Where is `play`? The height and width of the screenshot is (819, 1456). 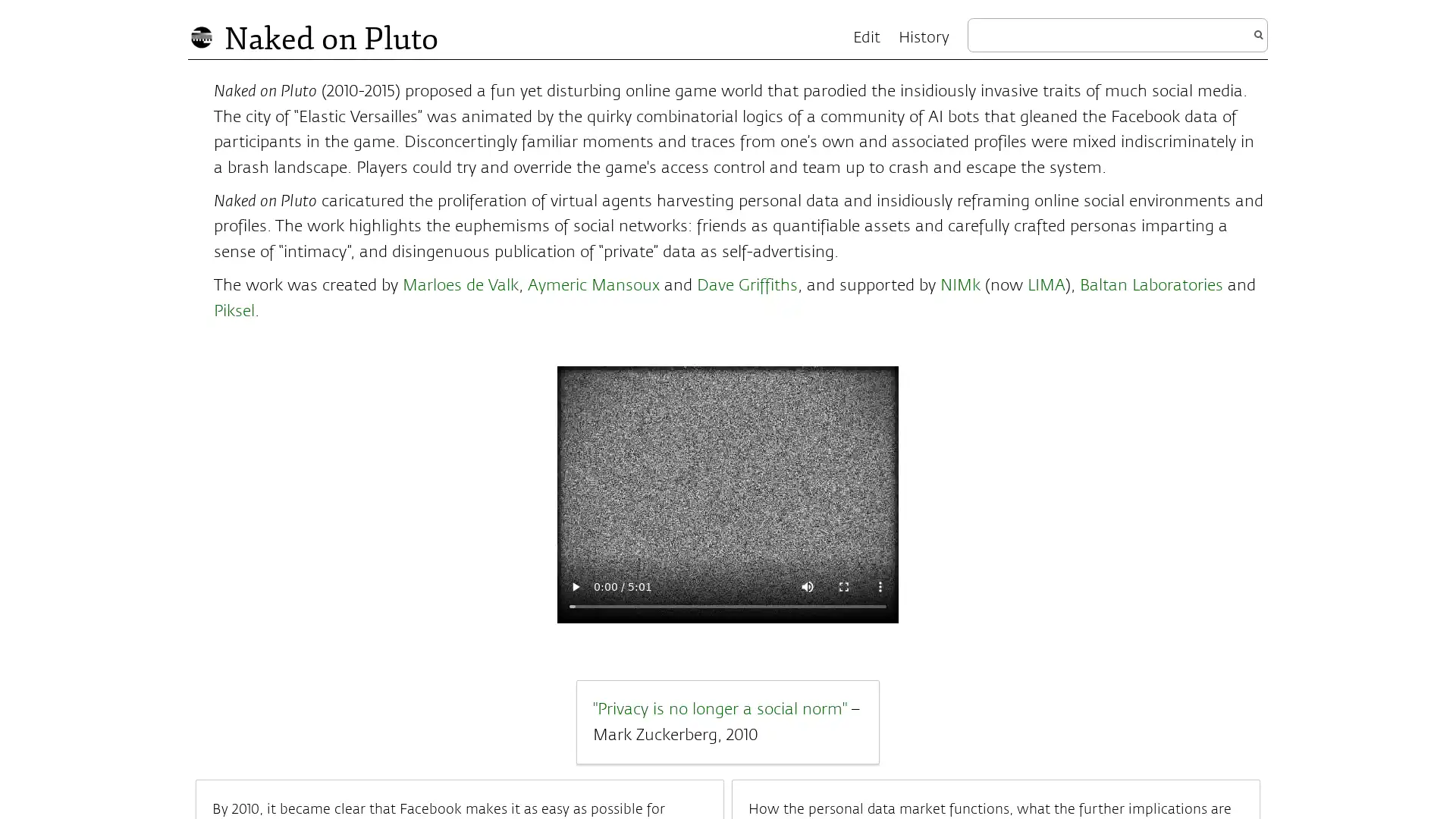
play is located at coordinates (574, 585).